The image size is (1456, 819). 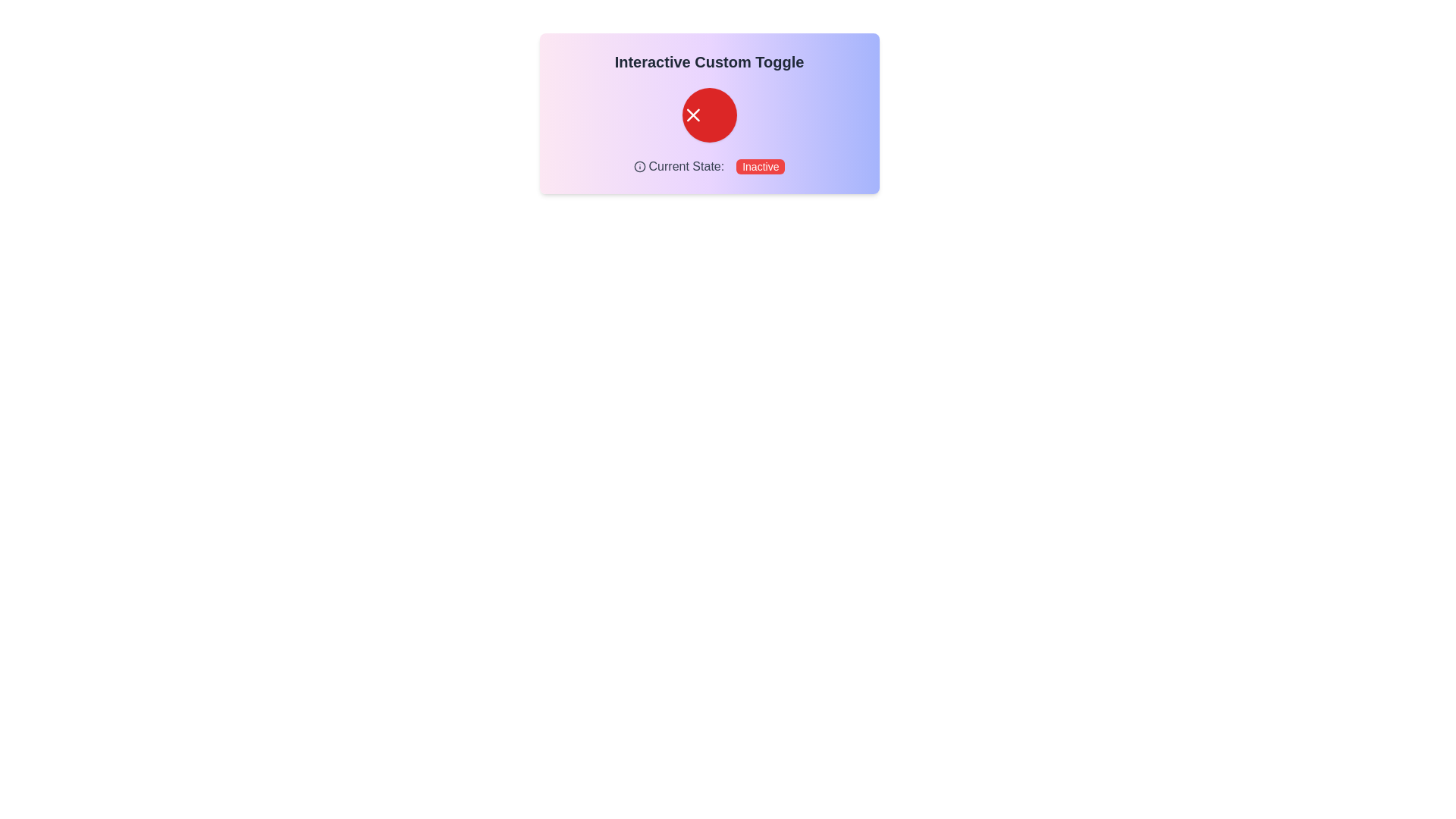 What do you see at coordinates (708, 114) in the screenshot?
I see `the circular button with a red background and a white 'X' icon` at bounding box center [708, 114].